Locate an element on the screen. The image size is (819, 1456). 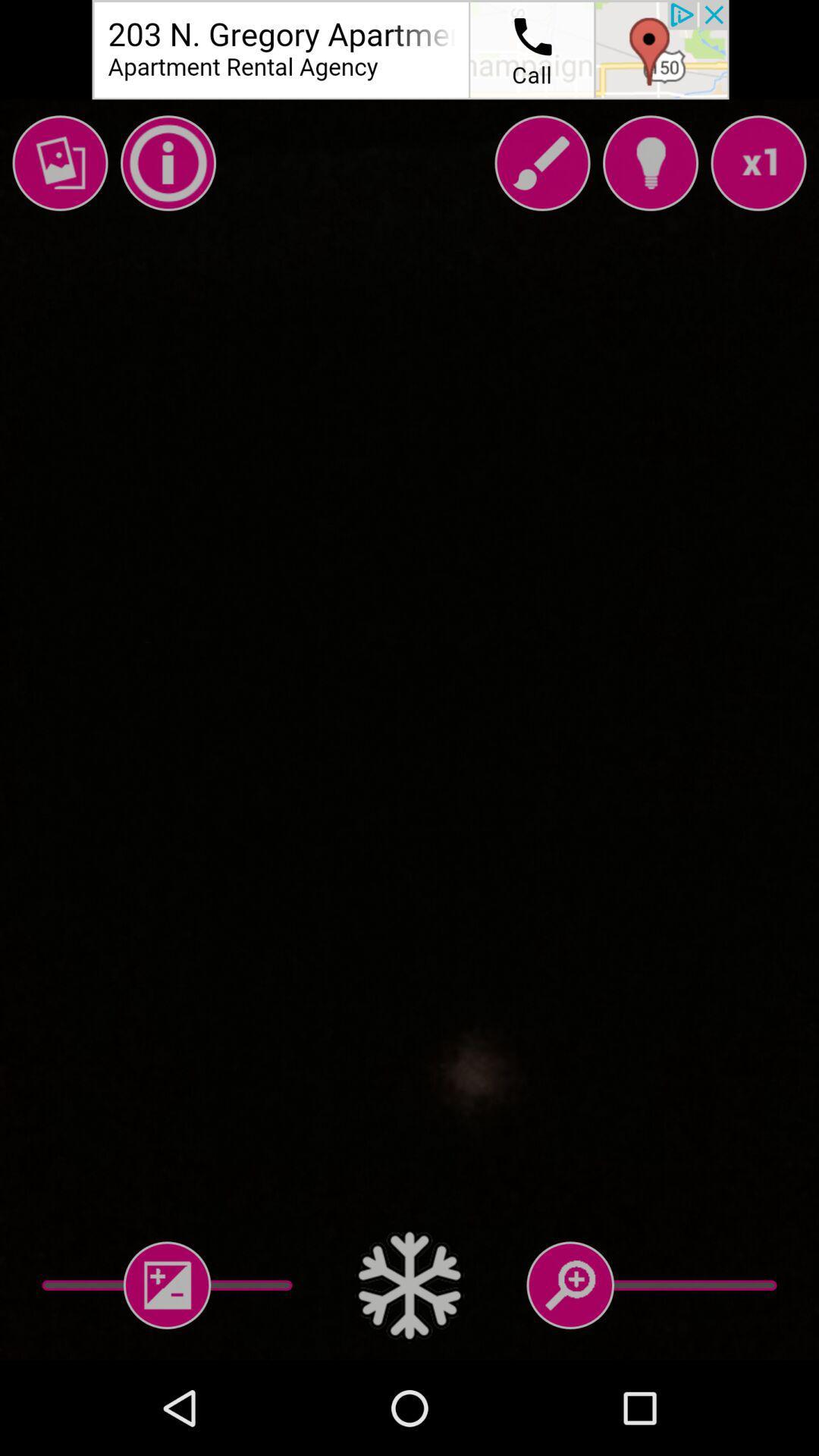
the info icon is located at coordinates (168, 163).